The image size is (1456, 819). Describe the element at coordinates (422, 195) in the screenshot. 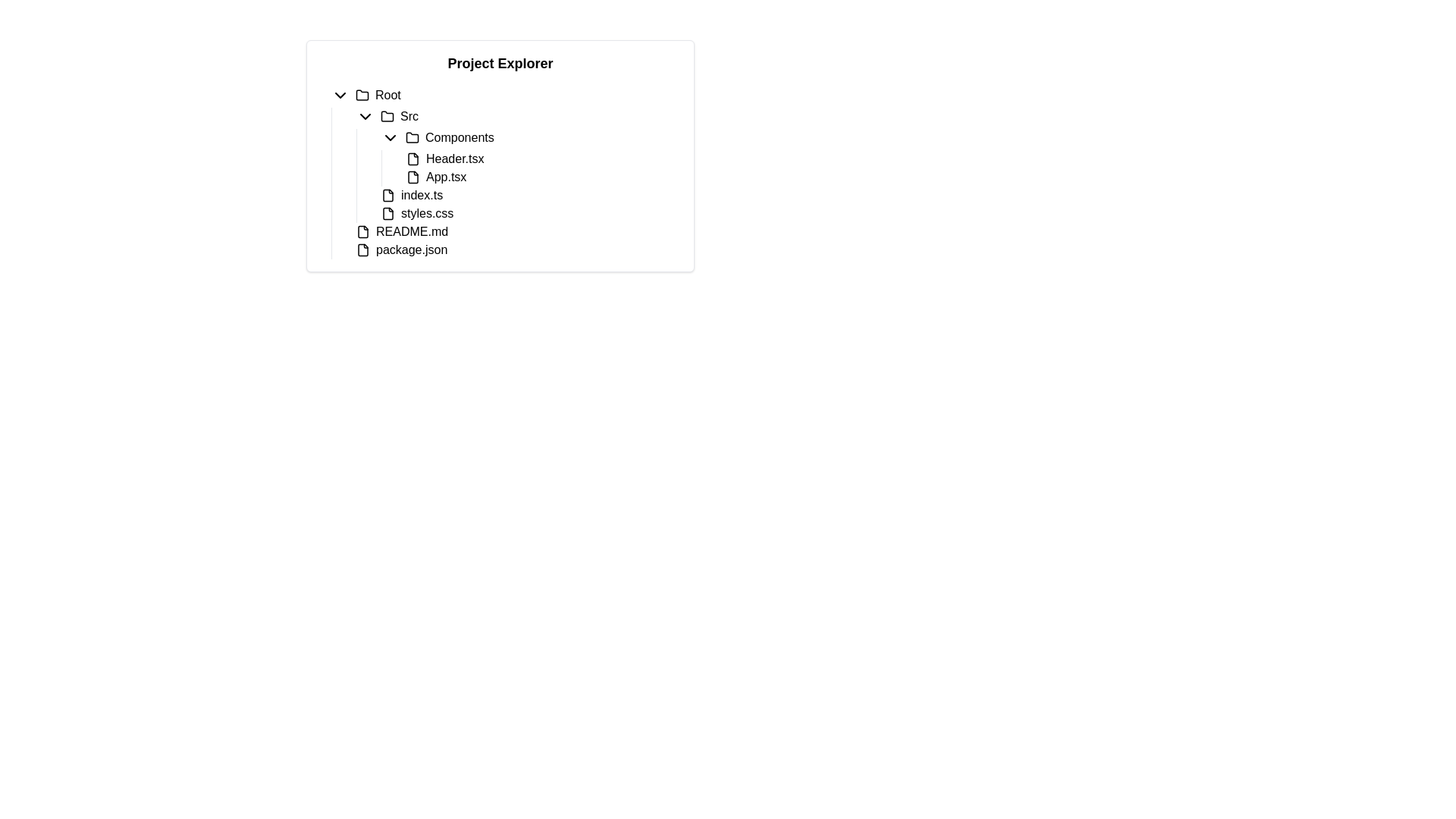

I see `the text label representing the 'index.ts' file in the project explorer` at that location.